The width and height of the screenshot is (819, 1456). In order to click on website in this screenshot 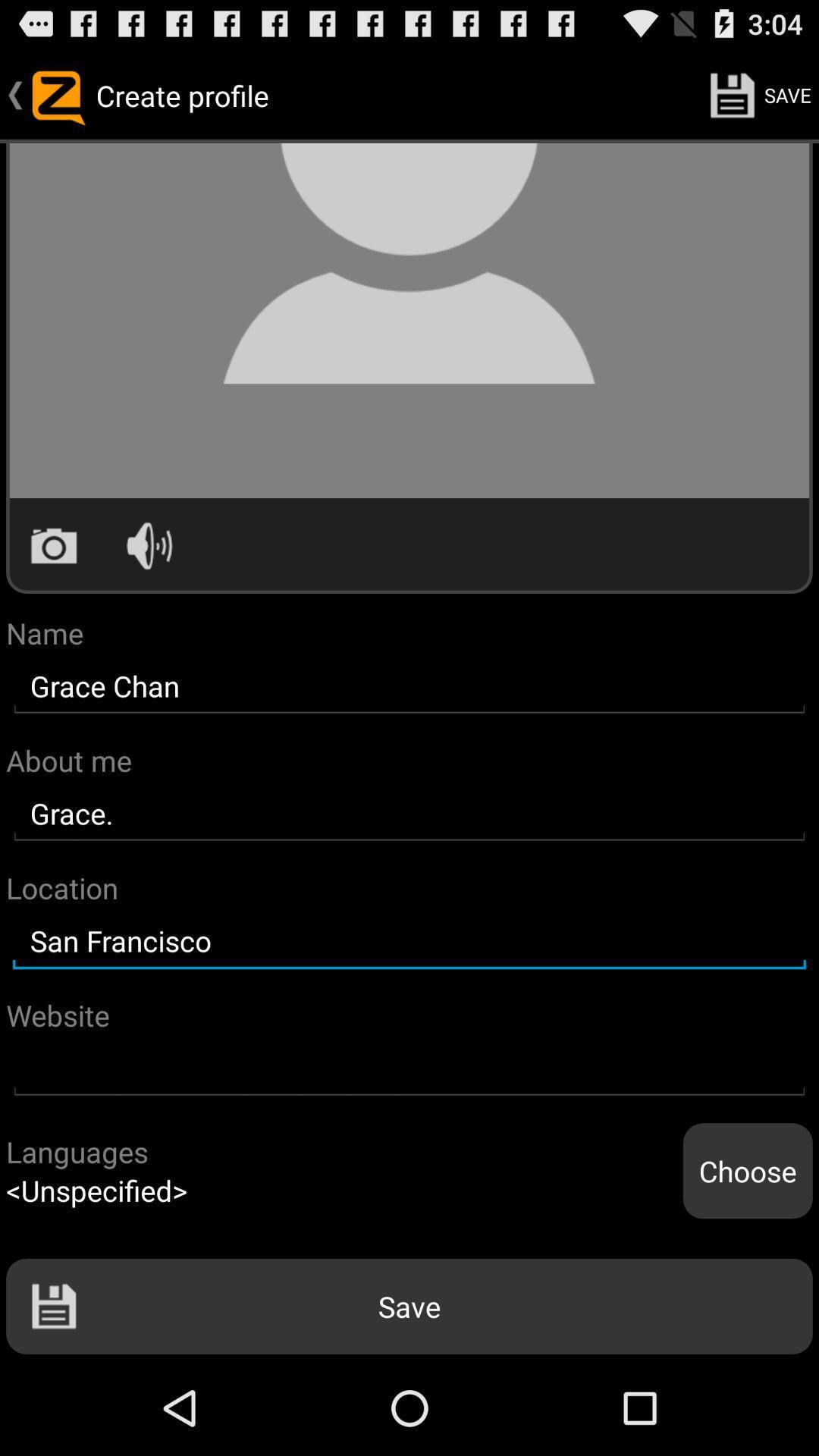, I will do `click(409, 1068)`.